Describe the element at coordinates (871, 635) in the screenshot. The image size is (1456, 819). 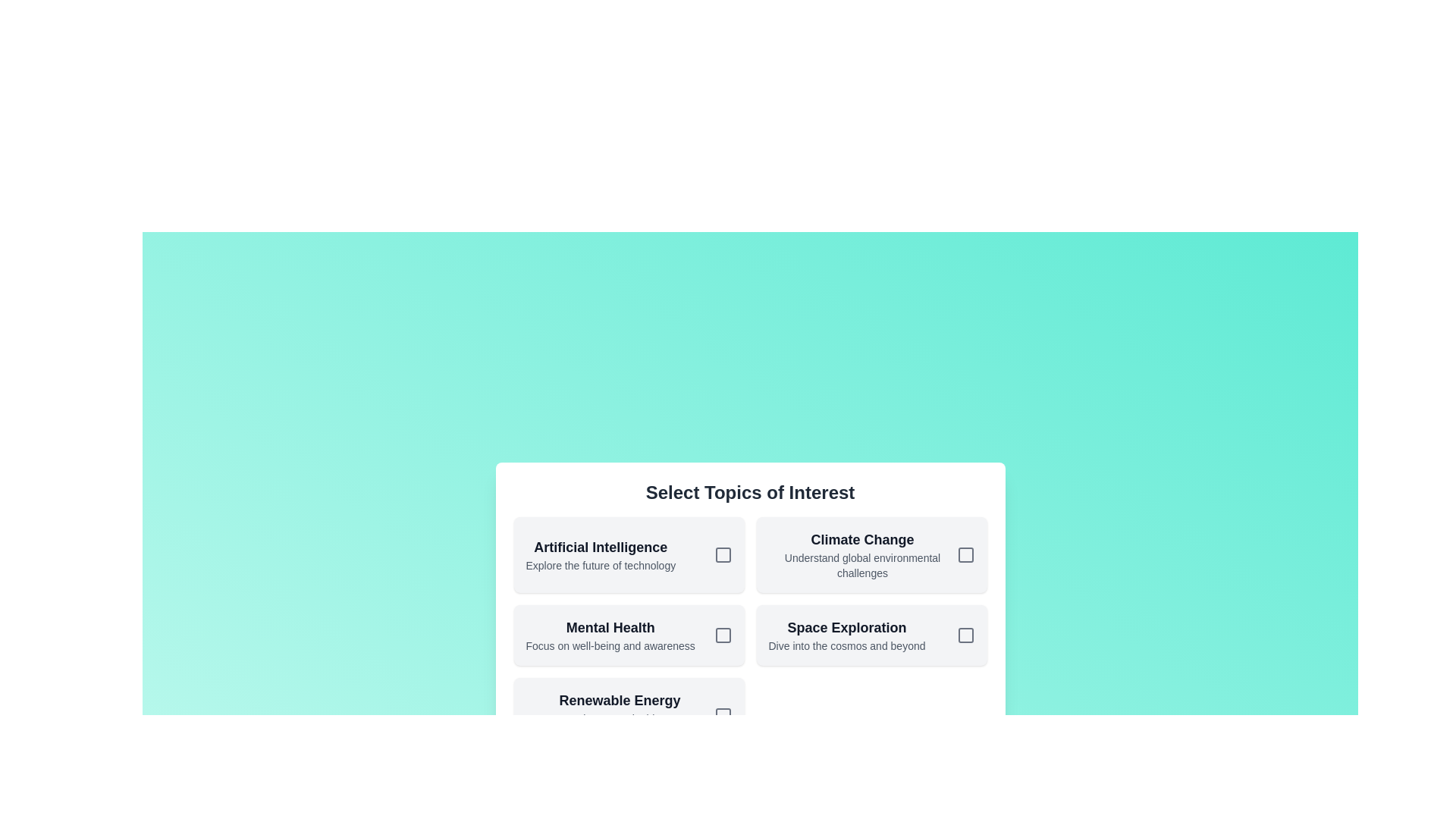
I see `the card representing the topic Space Exploration` at that location.